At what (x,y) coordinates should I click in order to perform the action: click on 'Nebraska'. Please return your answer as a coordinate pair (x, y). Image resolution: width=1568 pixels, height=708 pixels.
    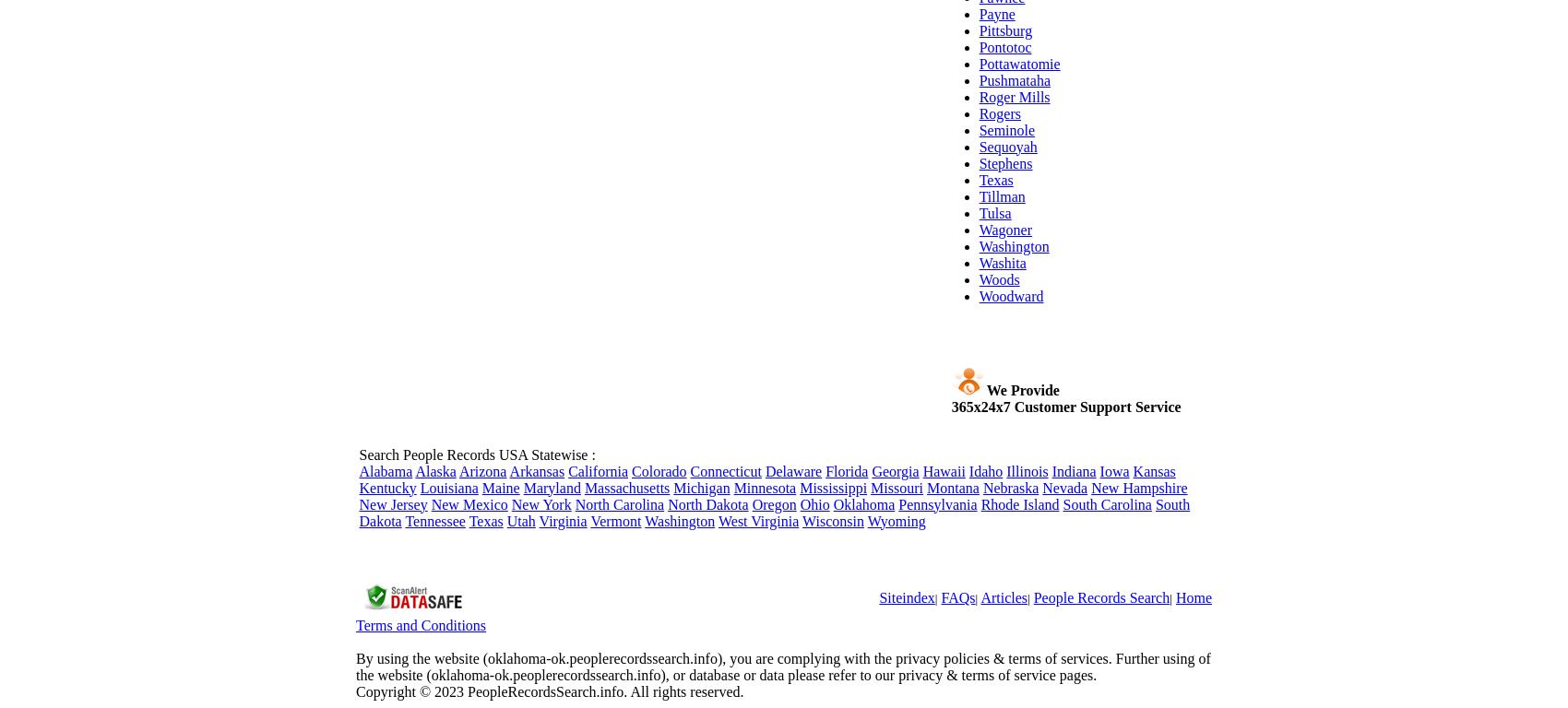
    Looking at the image, I should click on (1010, 486).